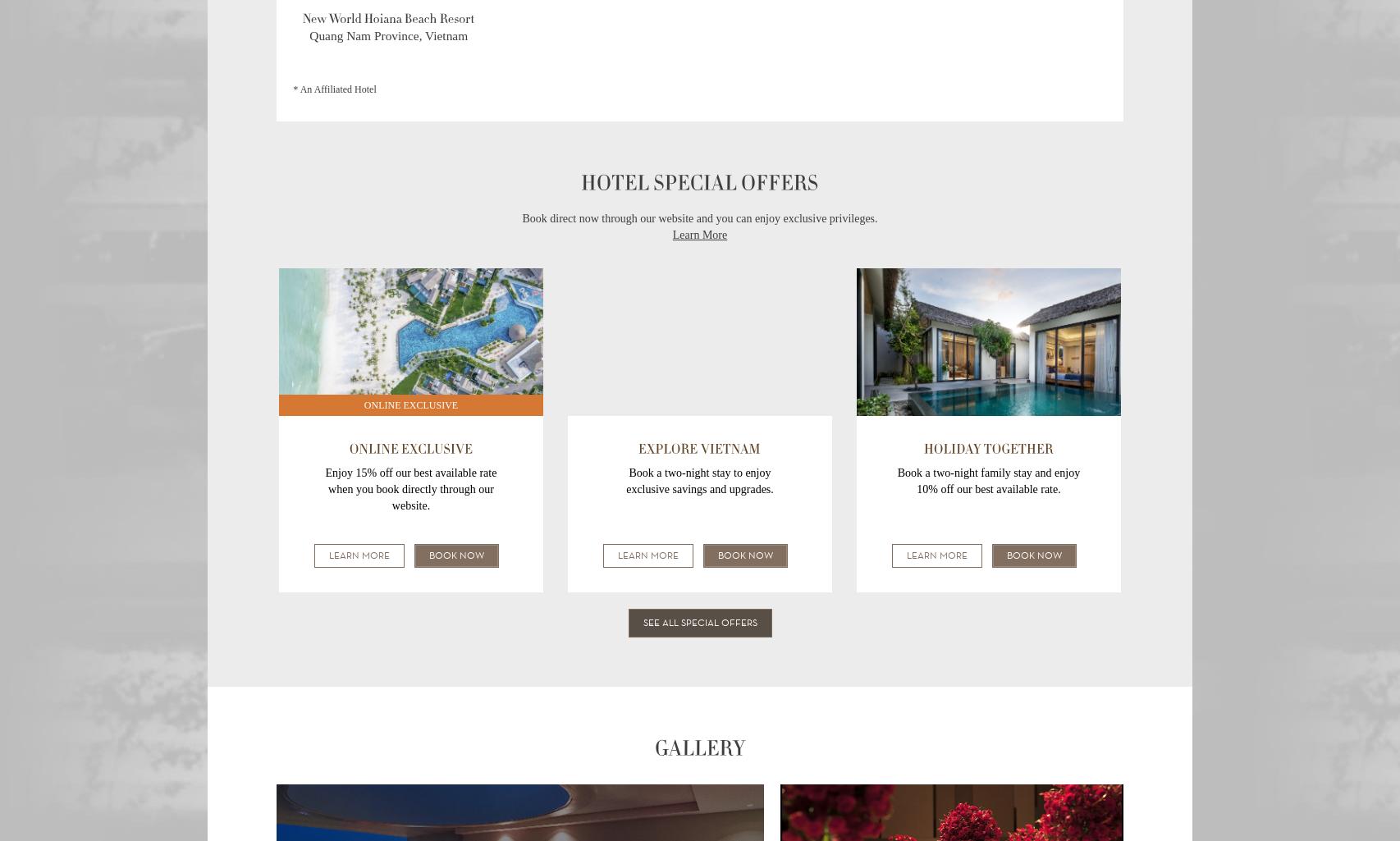  What do you see at coordinates (698, 234) in the screenshot?
I see `'Learn More'` at bounding box center [698, 234].